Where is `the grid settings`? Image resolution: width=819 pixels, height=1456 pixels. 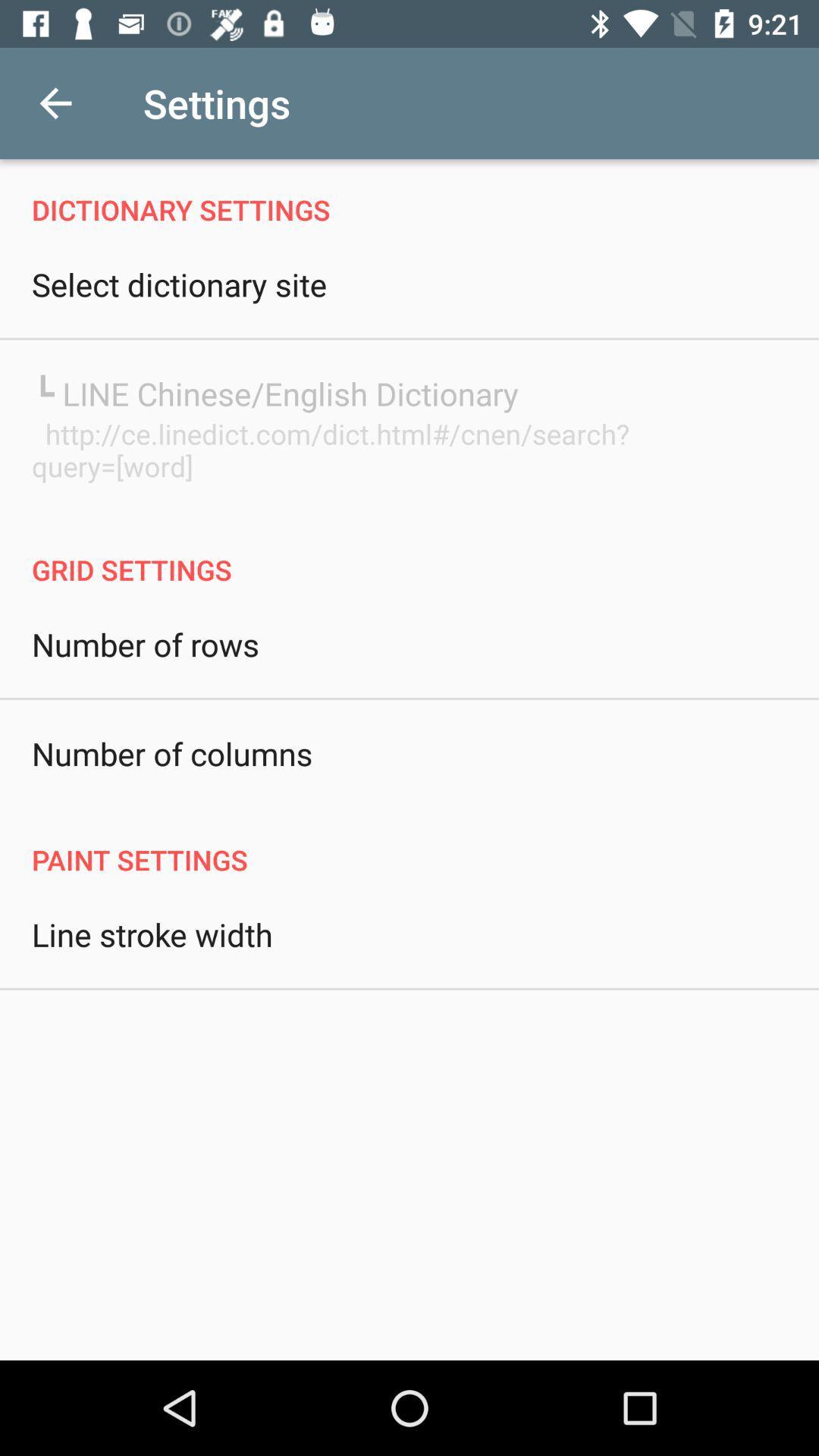 the grid settings is located at coordinates (409, 553).